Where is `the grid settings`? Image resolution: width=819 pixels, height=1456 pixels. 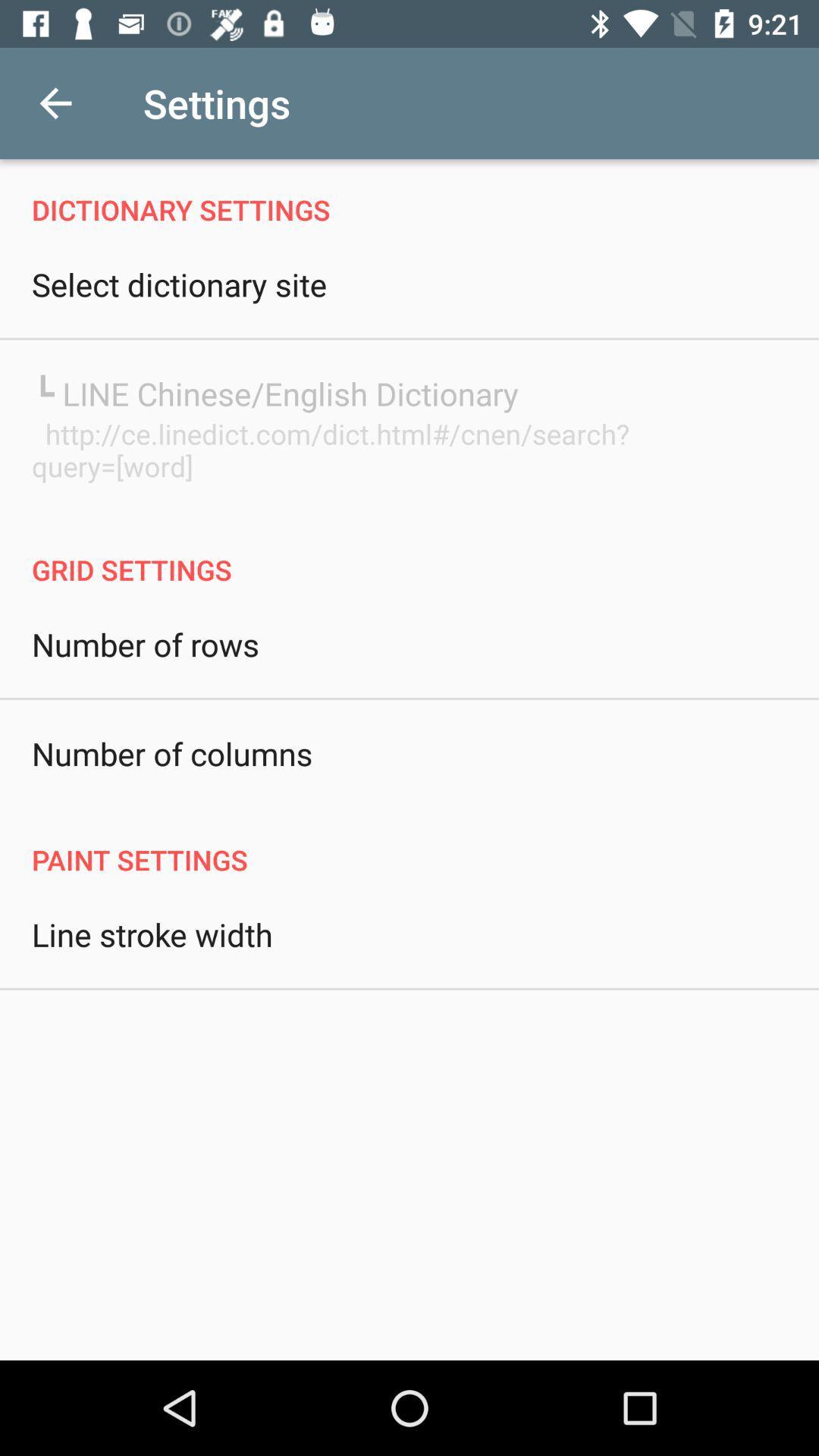 the grid settings is located at coordinates (409, 553).